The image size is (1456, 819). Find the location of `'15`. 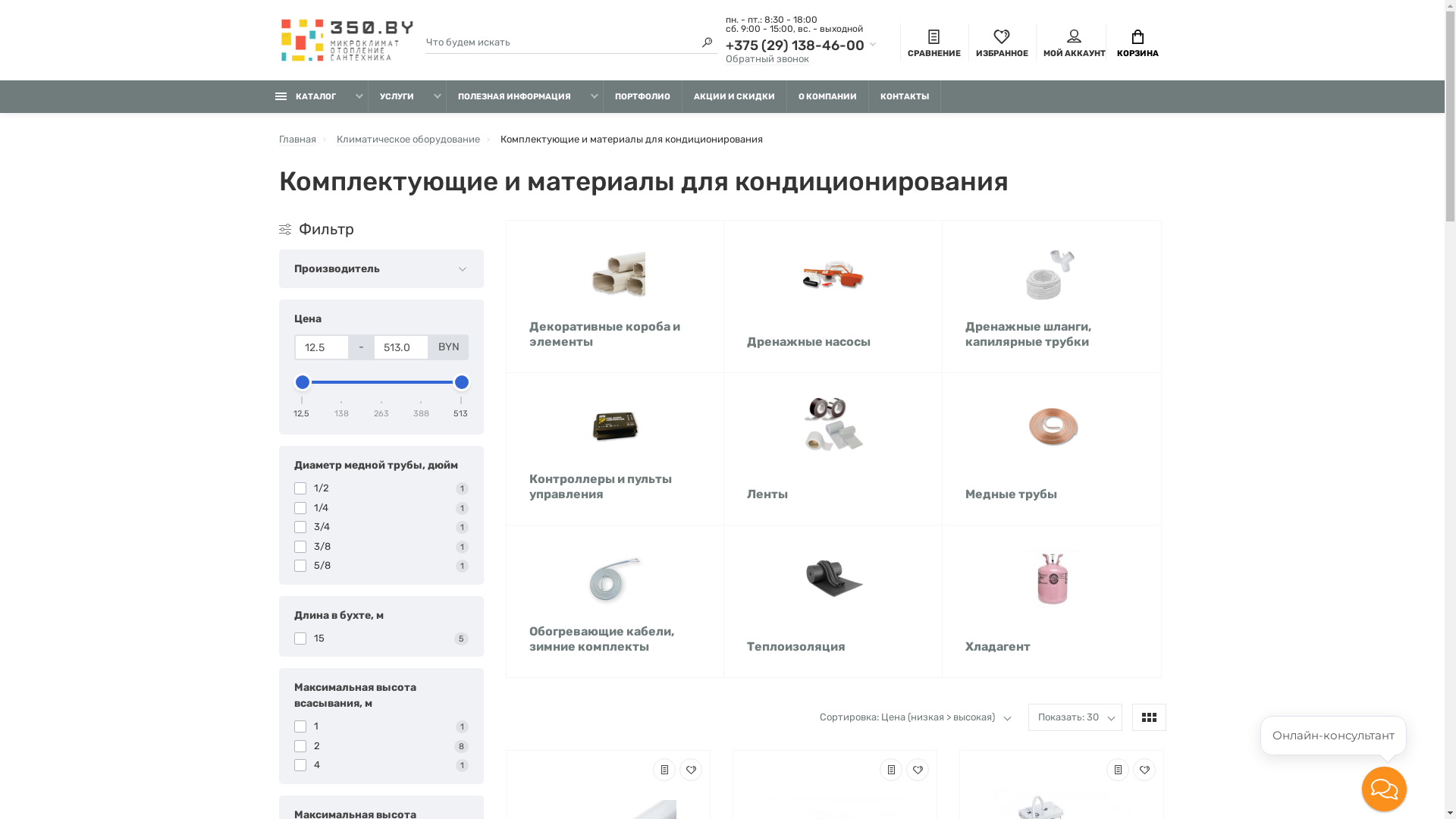

'15 is located at coordinates (381, 638).